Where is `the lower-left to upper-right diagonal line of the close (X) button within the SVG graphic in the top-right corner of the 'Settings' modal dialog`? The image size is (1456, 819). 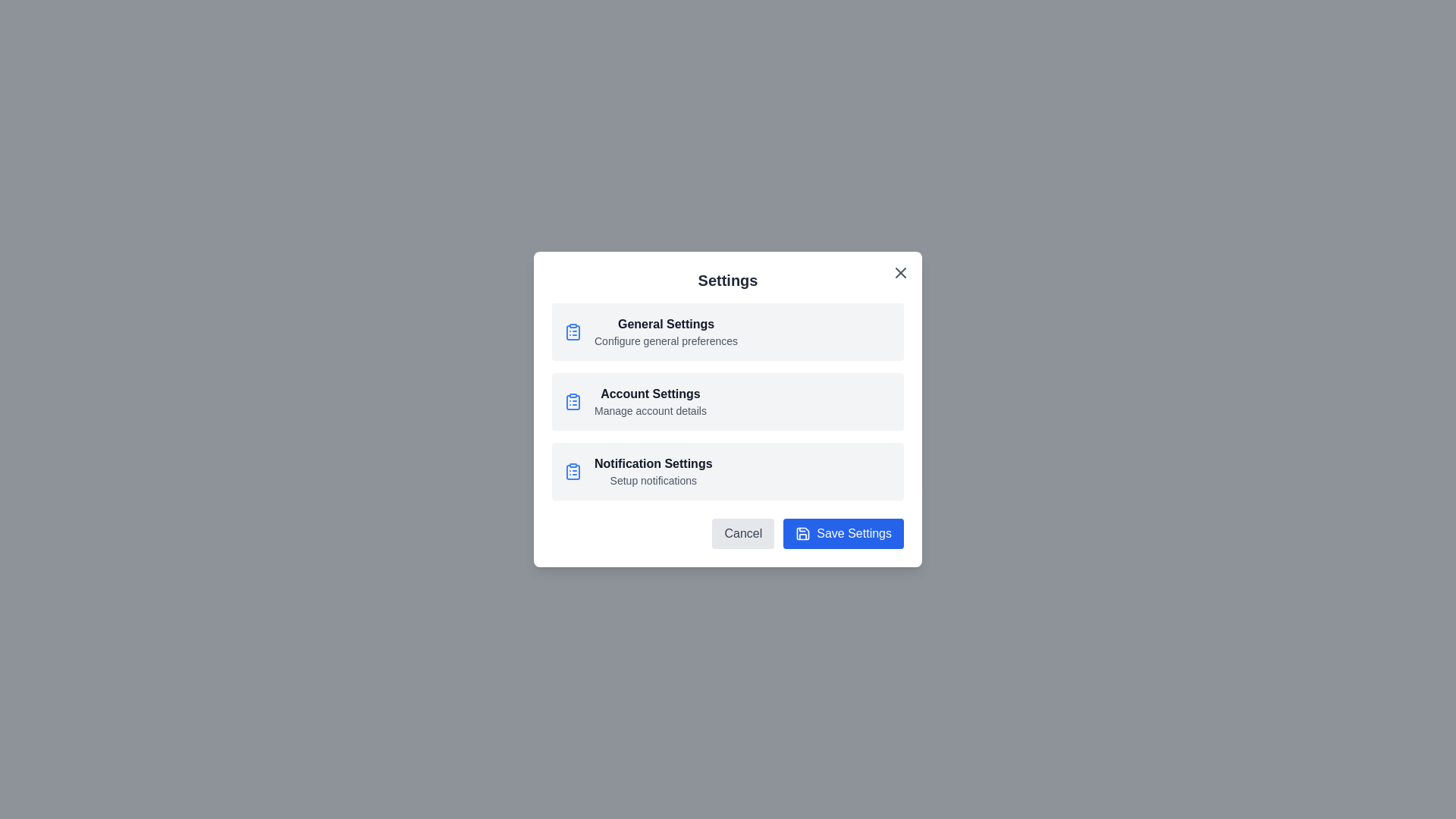 the lower-left to upper-right diagonal line of the close (X) button within the SVG graphic in the top-right corner of the 'Settings' modal dialog is located at coordinates (901, 271).